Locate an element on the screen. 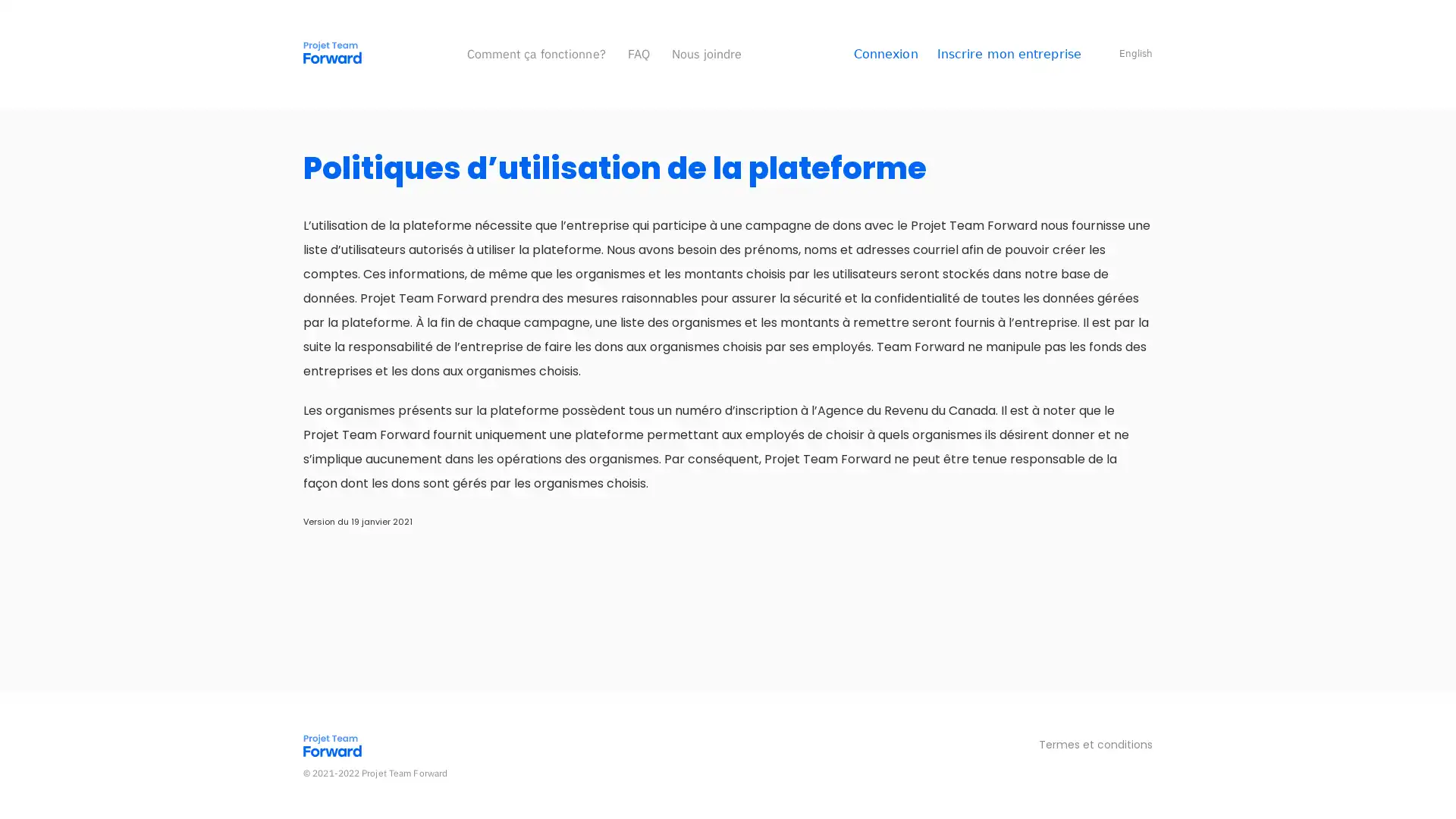 The height and width of the screenshot is (819, 1456). English is located at coordinates (1135, 52).